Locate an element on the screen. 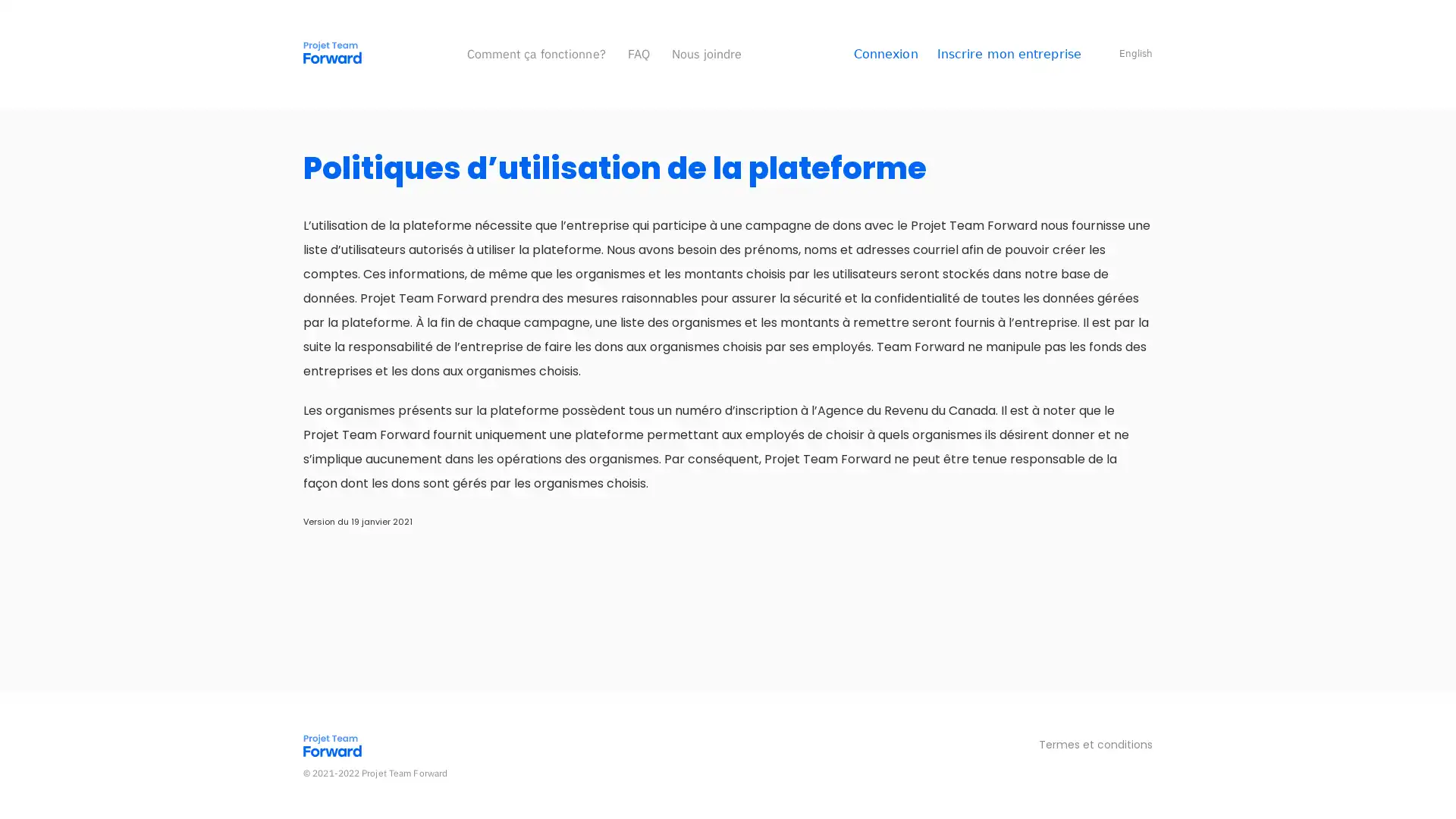 The height and width of the screenshot is (819, 1456). English is located at coordinates (1135, 52).